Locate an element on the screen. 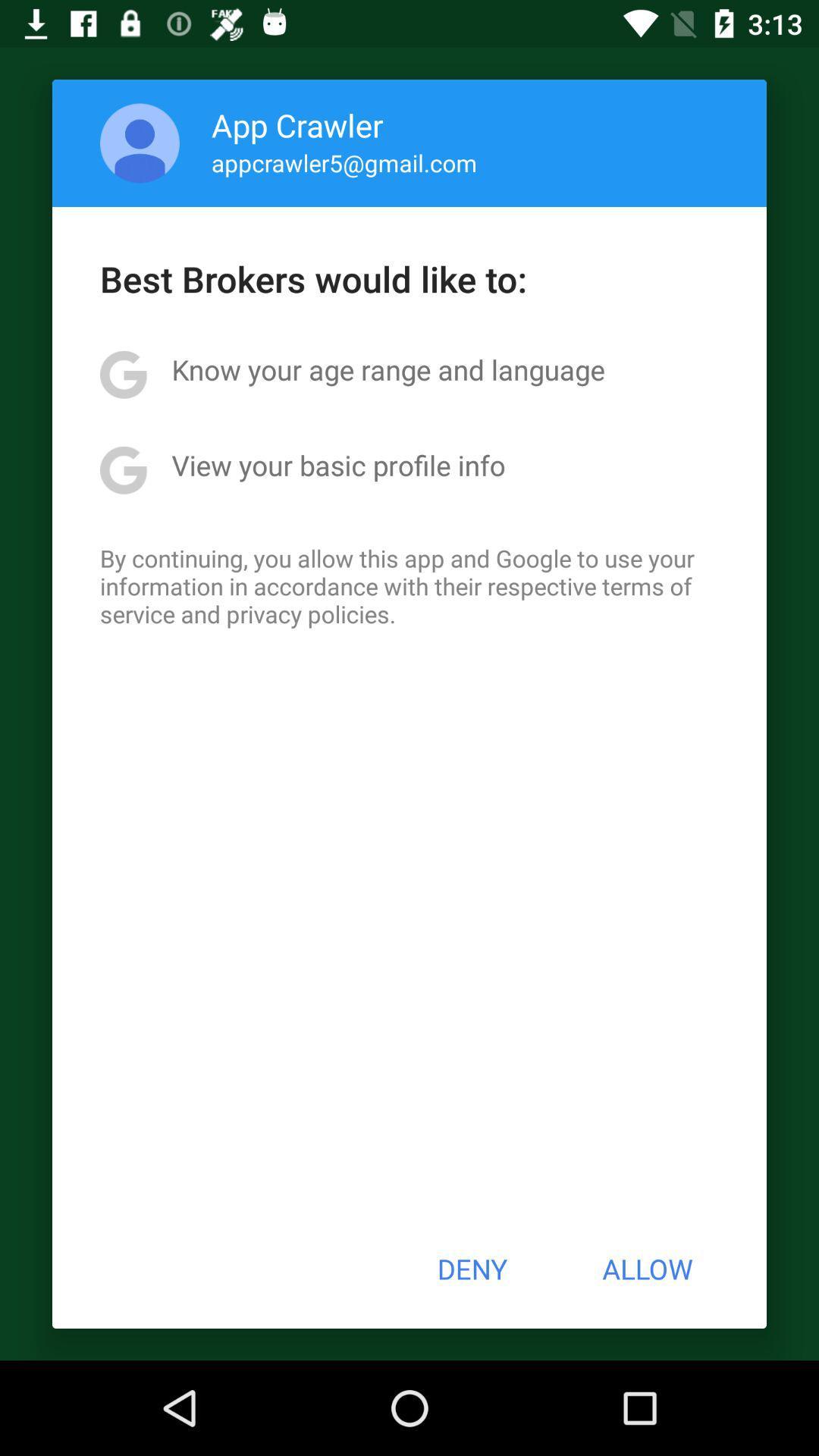 The image size is (819, 1456). app to the left of app crawler is located at coordinates (140, 143).